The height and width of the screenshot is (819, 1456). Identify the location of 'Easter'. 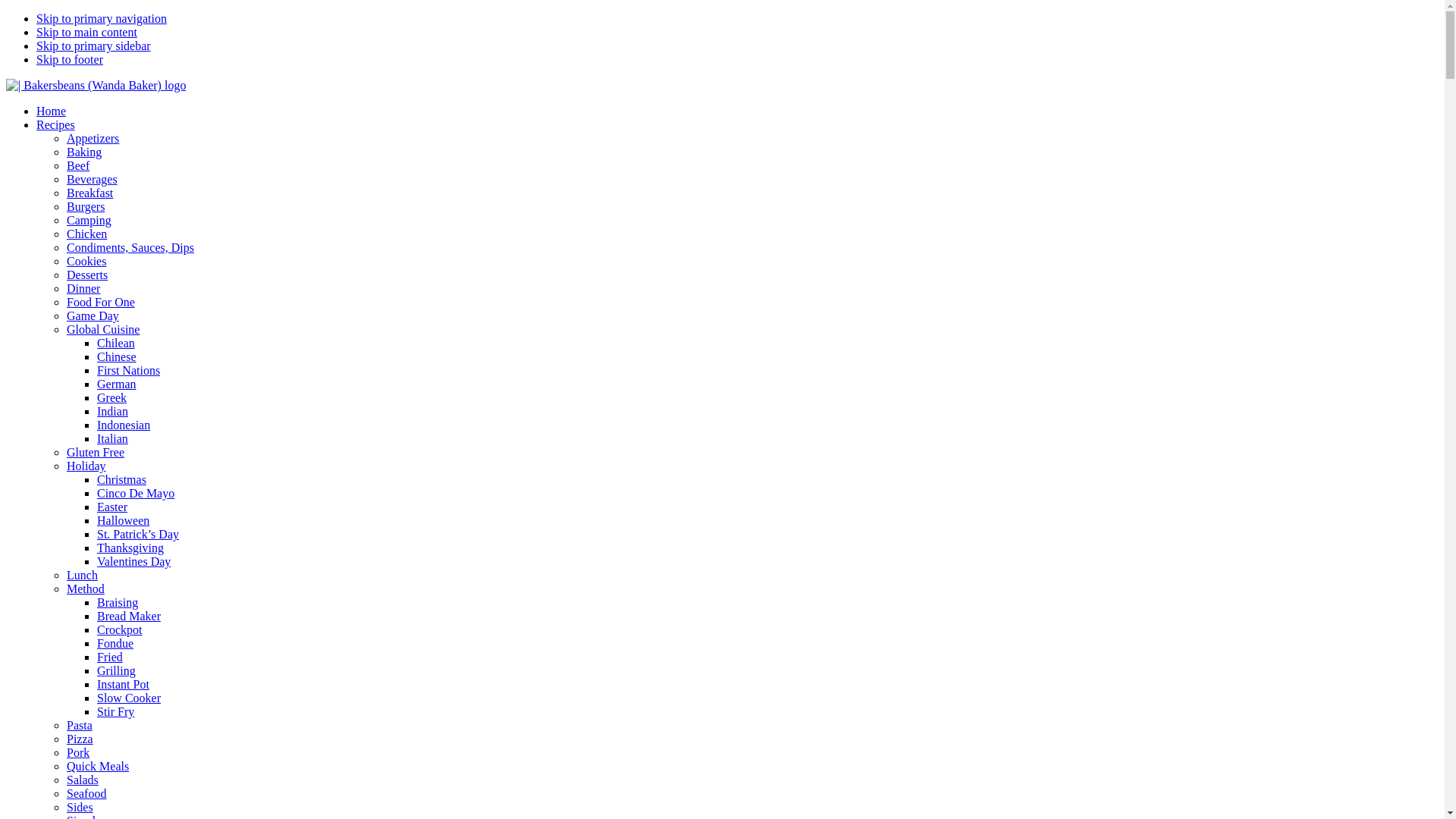
(96, 507).